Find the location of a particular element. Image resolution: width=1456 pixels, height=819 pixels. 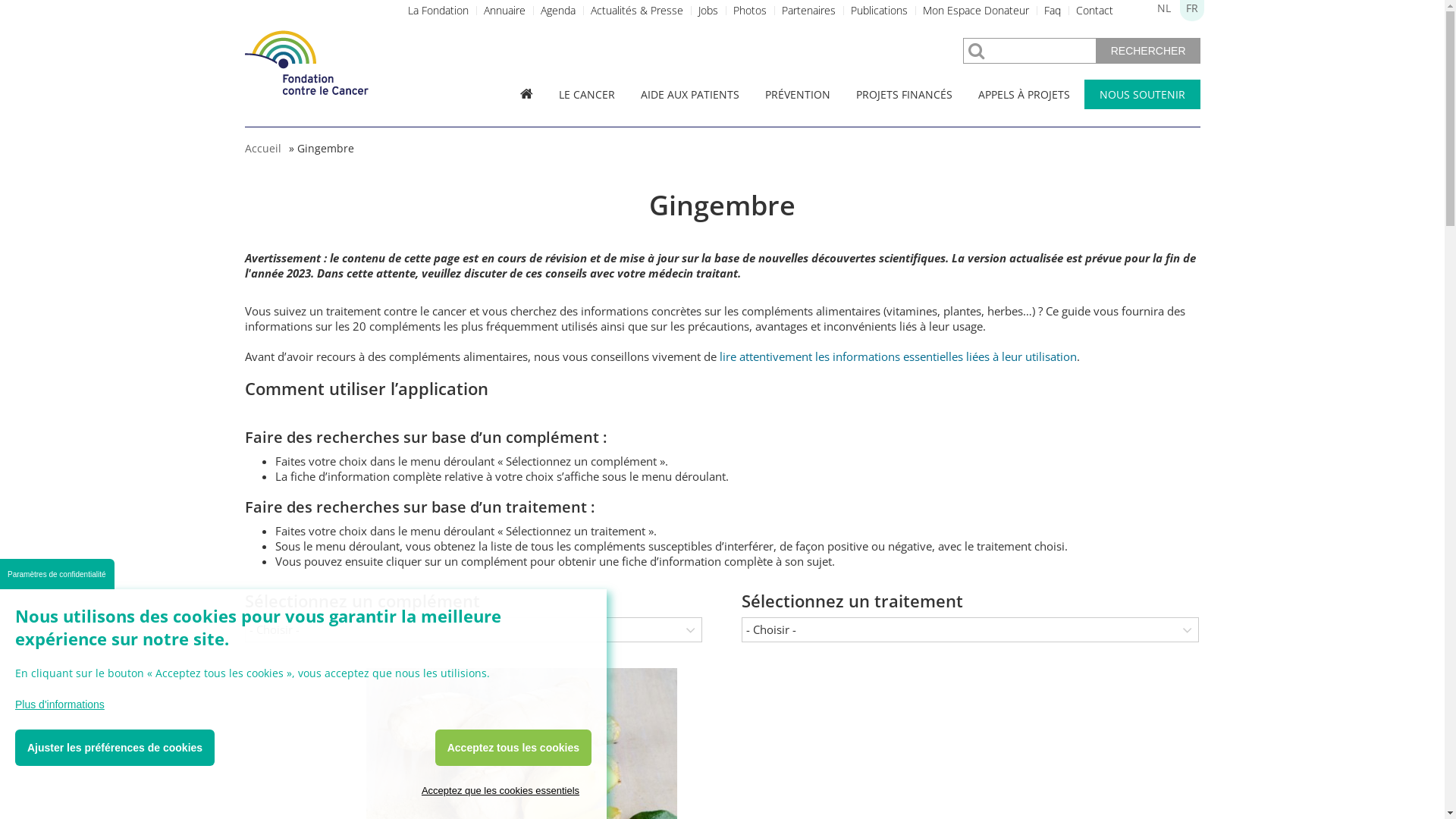

'Mon Espace Donateur' is located at coordinates (975, 10).